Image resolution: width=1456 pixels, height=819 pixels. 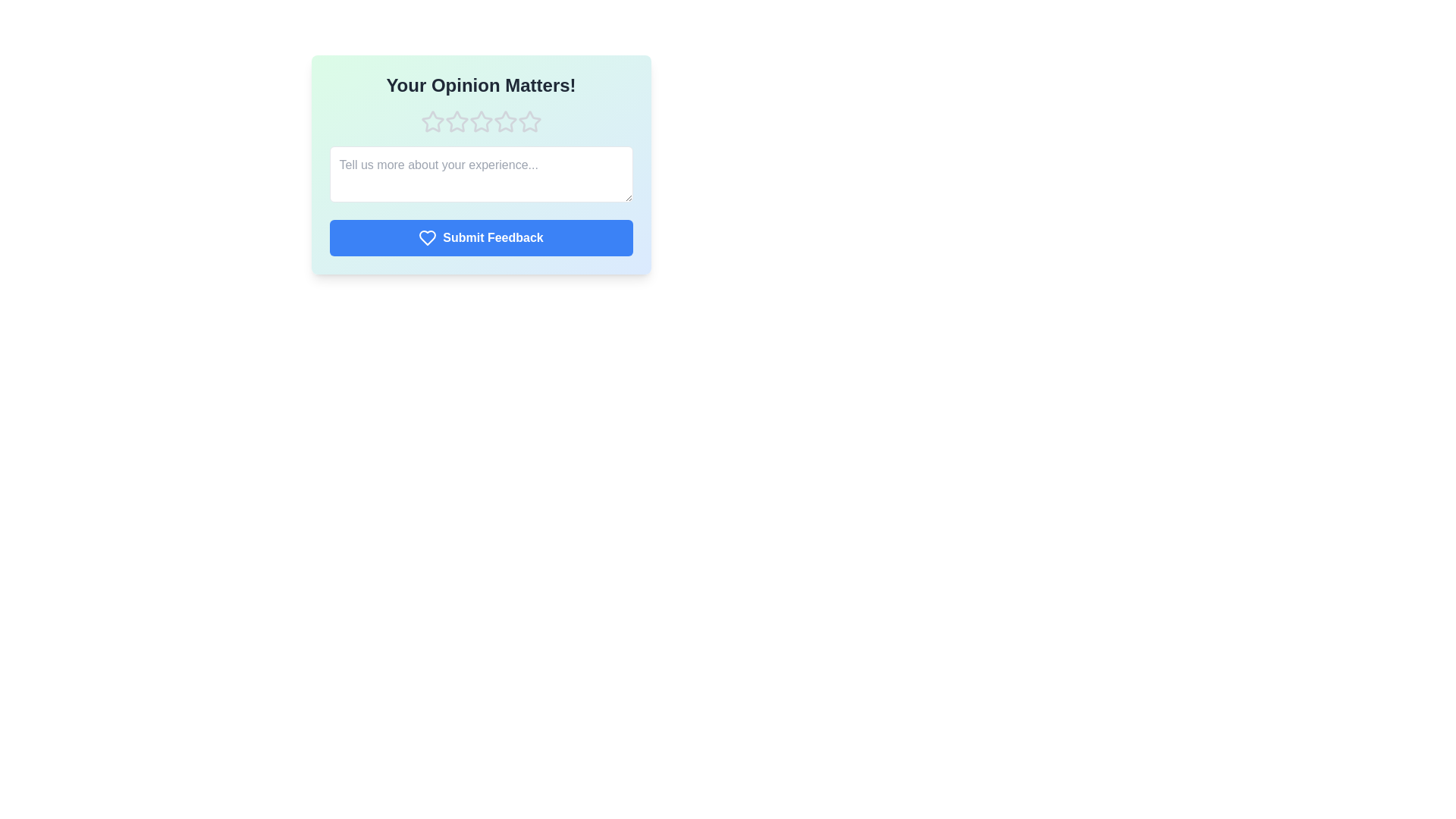 I want to click on the fourth star in the 5-star rating system, so click(x=480, y=121).